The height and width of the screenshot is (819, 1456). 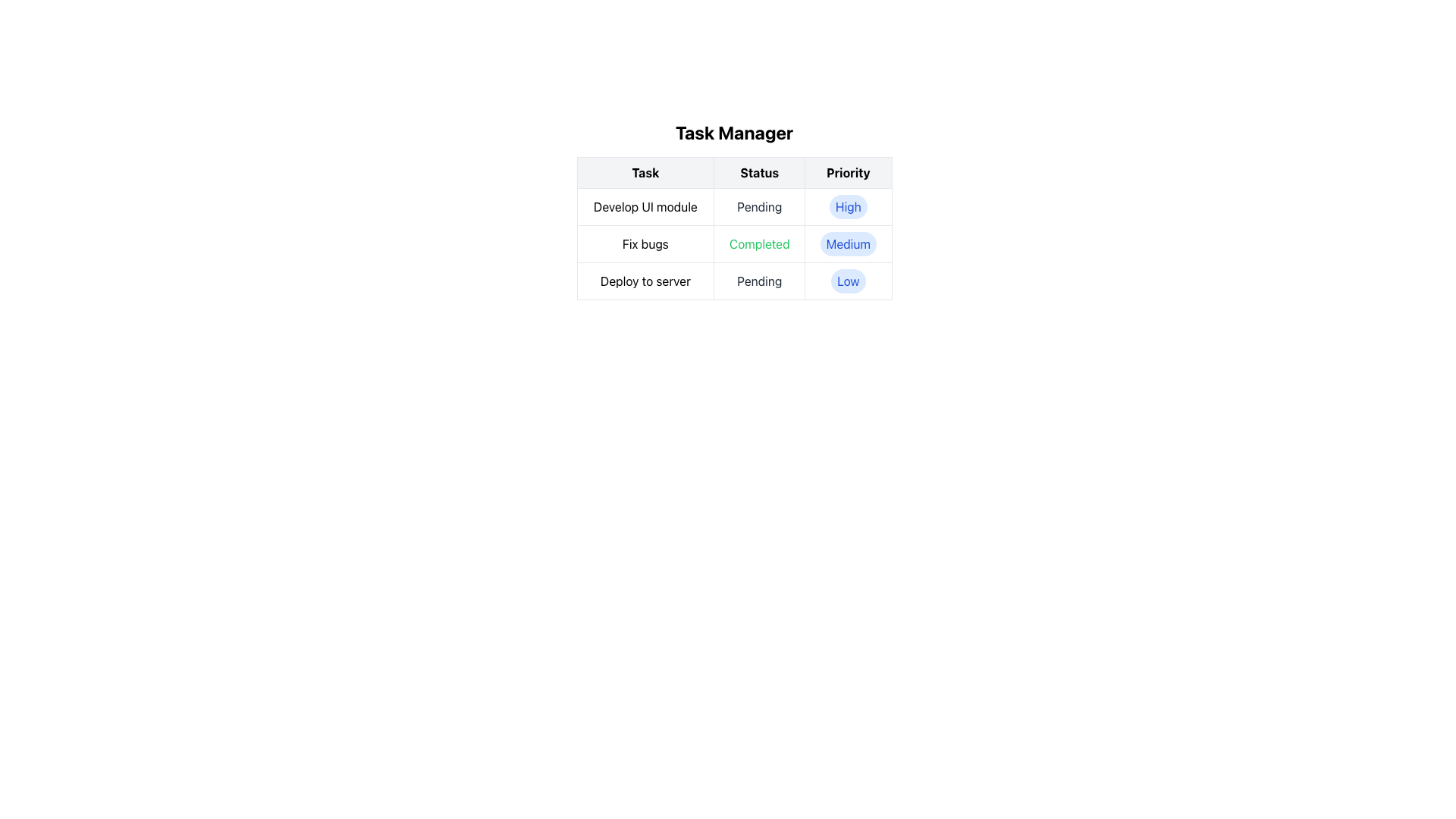 I want to click on the static text element titled 'Task Manager', which serves as a header for the content area, so click(x=734, y=131).